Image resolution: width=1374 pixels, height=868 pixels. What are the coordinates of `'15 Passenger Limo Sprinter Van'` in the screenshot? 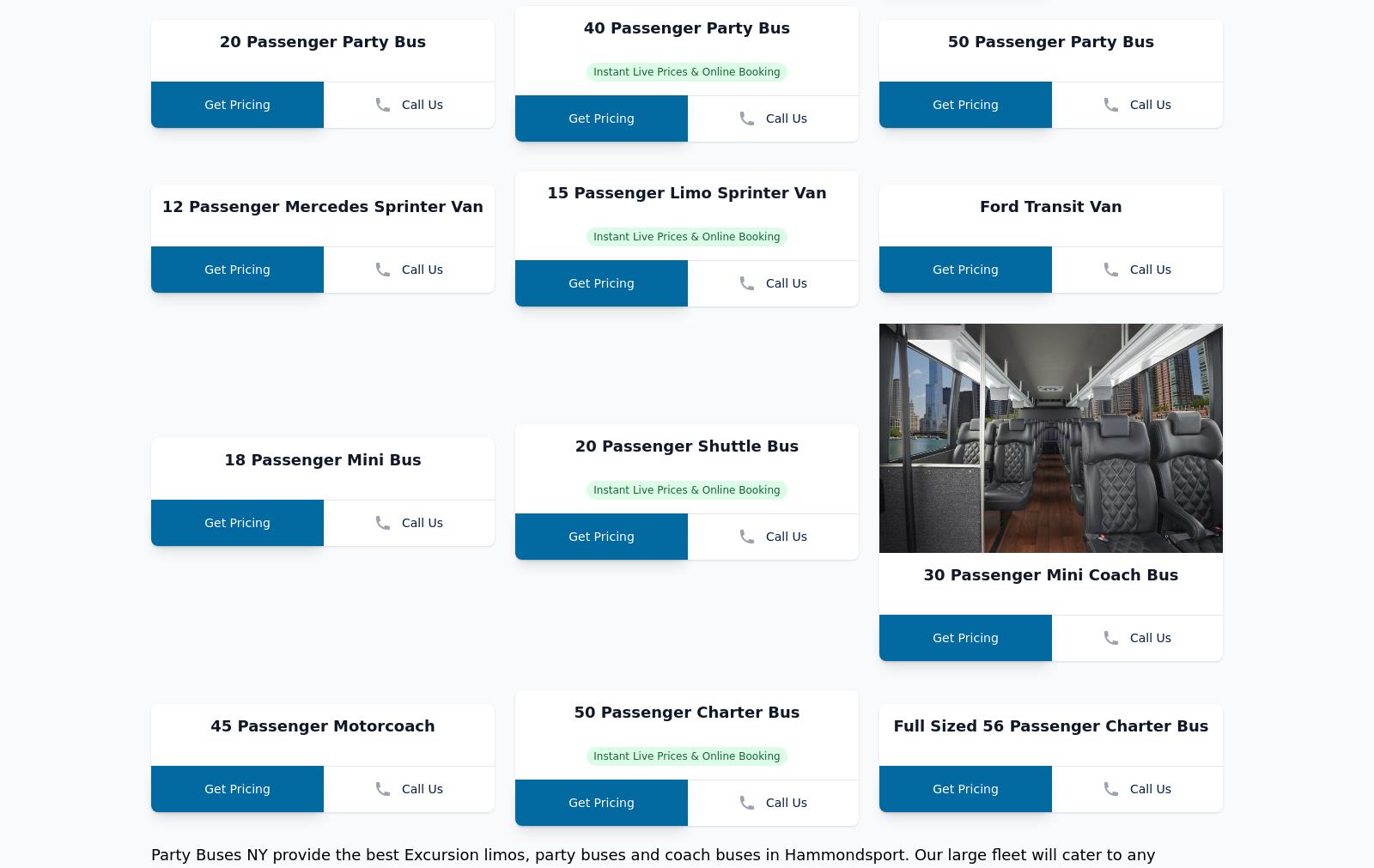 It's located at (686, 421).